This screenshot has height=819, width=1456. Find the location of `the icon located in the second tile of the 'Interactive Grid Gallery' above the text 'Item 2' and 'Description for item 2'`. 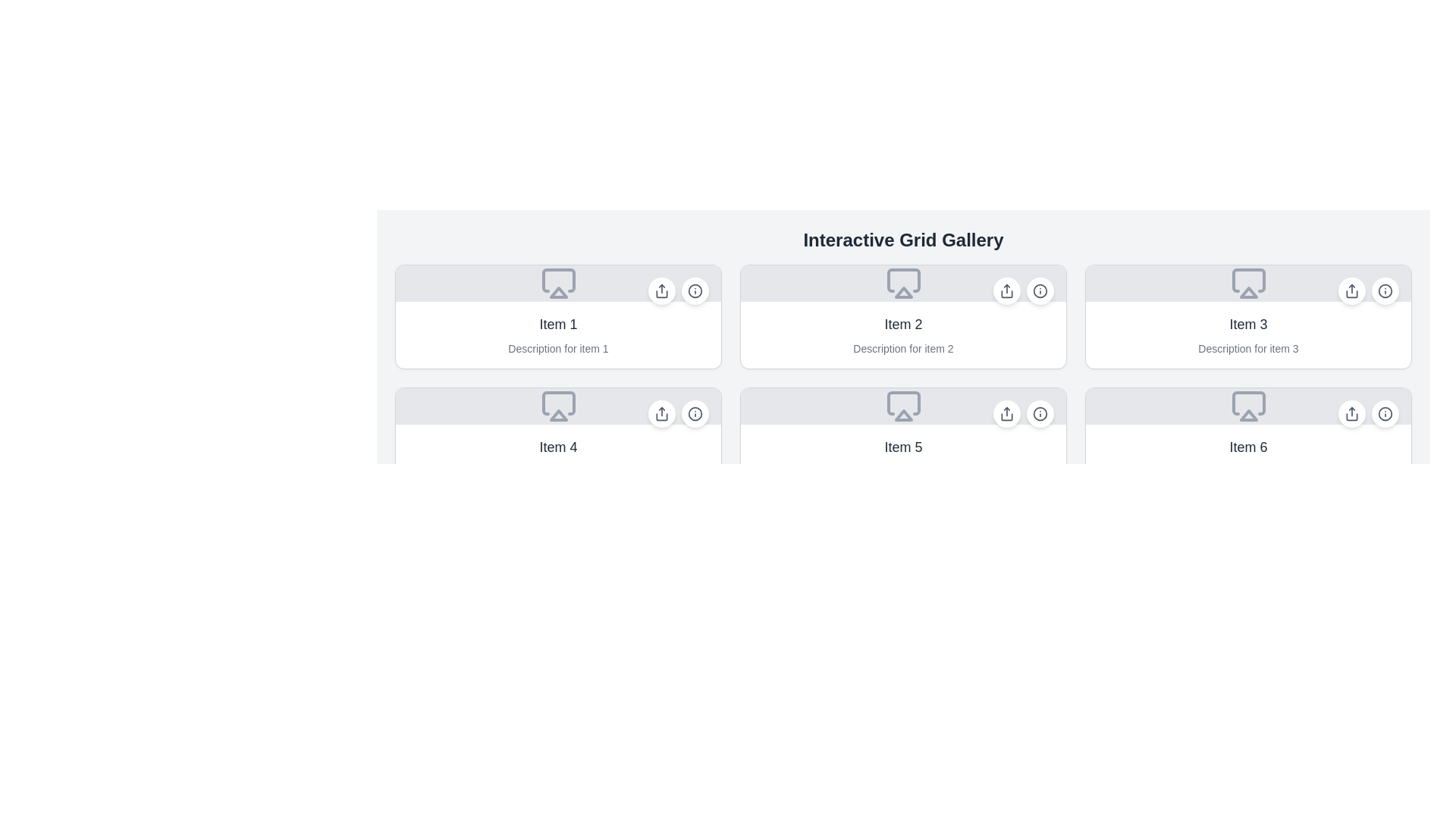

the icon located in the second tile of the 'Interactive Grid Gallery' above the text 'Item 2' and 'Description for item 2' is located at coordinates (903, 284).